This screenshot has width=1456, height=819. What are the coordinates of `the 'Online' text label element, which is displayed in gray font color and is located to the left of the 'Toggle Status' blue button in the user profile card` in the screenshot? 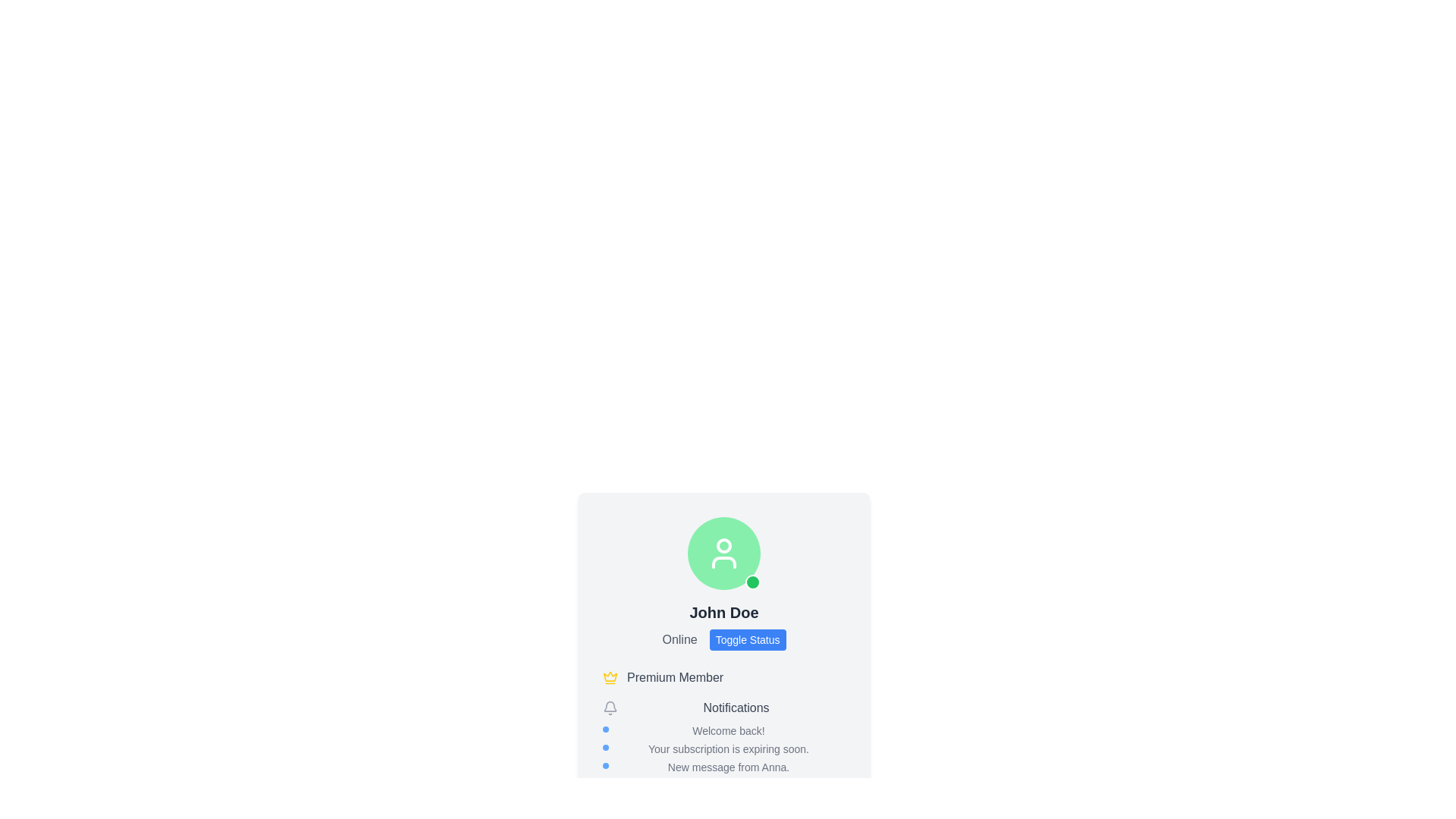 It's located at (679, 640).